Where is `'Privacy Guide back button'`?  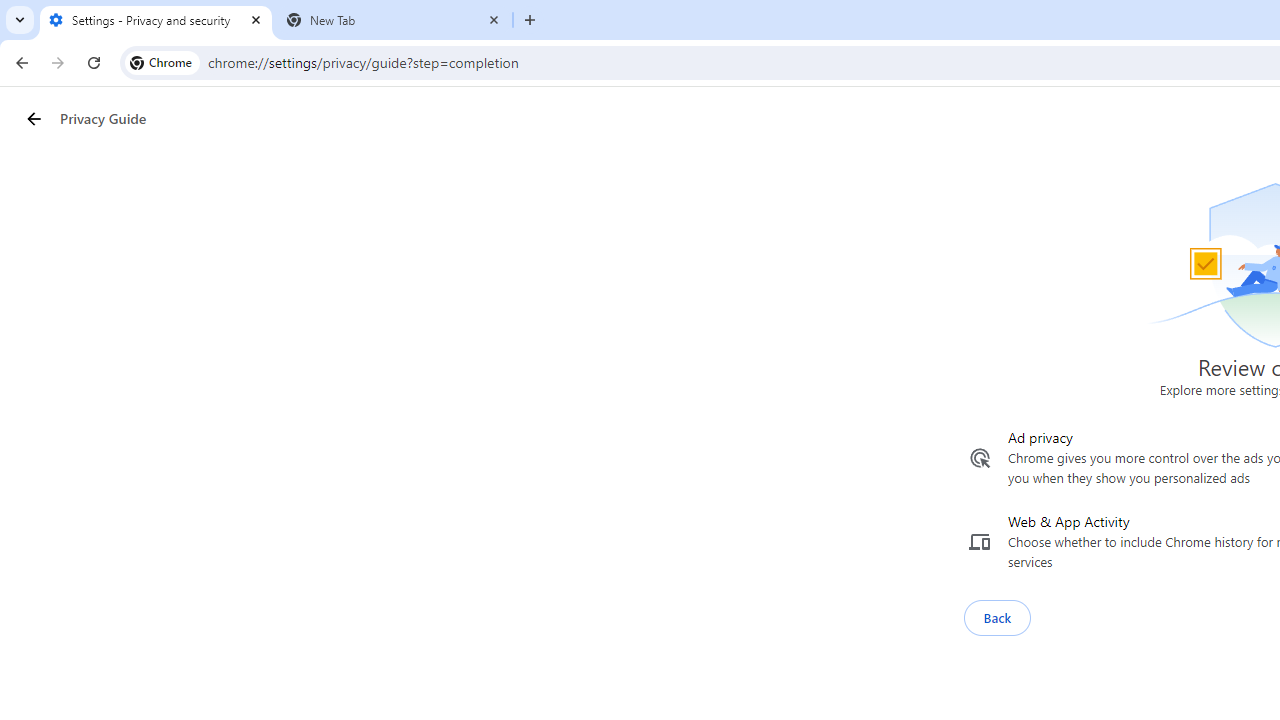
'Privacy Guide back button' is located at coordinates (33, 119).